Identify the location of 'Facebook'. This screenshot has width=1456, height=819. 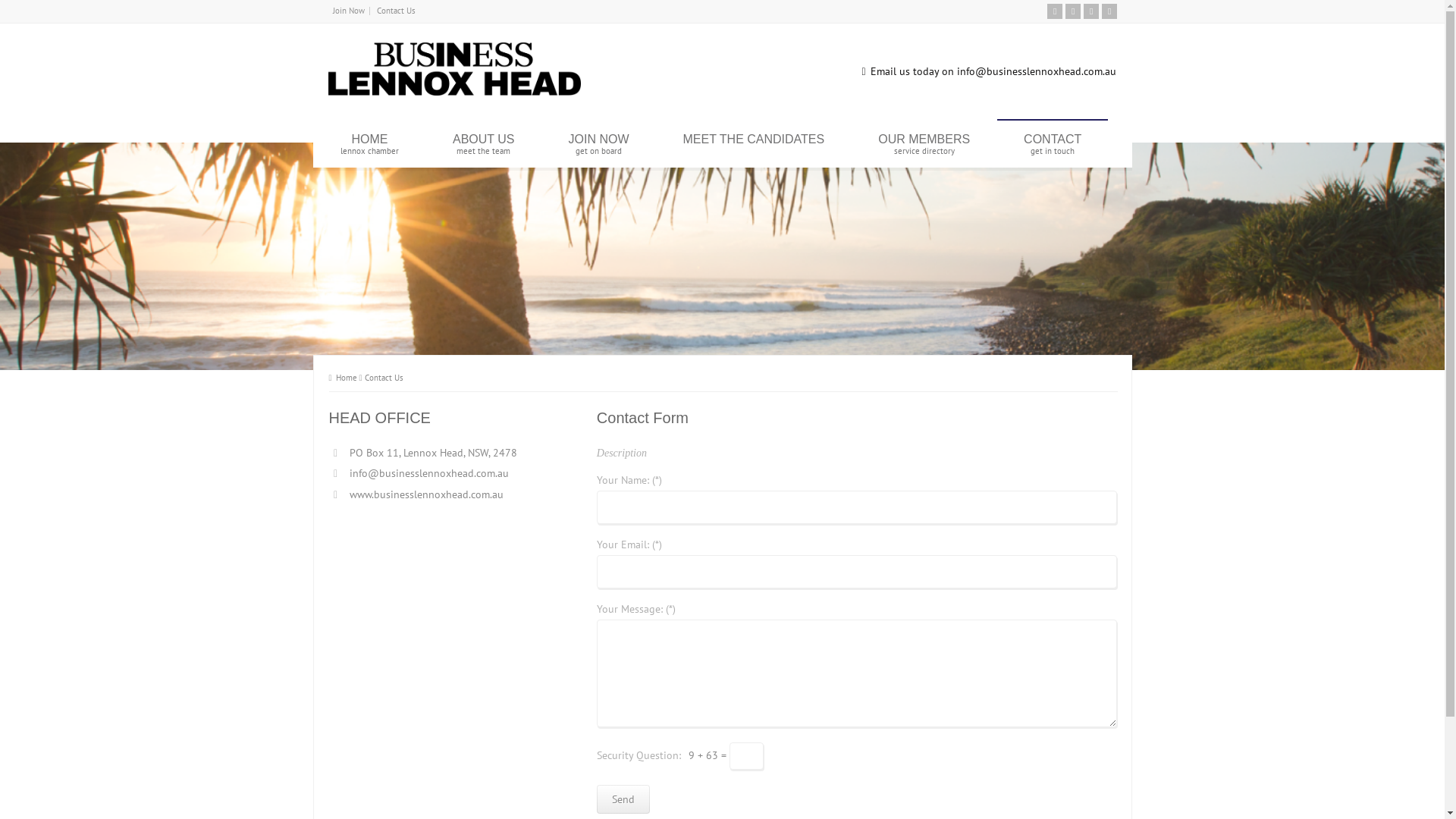
(1090, 11).